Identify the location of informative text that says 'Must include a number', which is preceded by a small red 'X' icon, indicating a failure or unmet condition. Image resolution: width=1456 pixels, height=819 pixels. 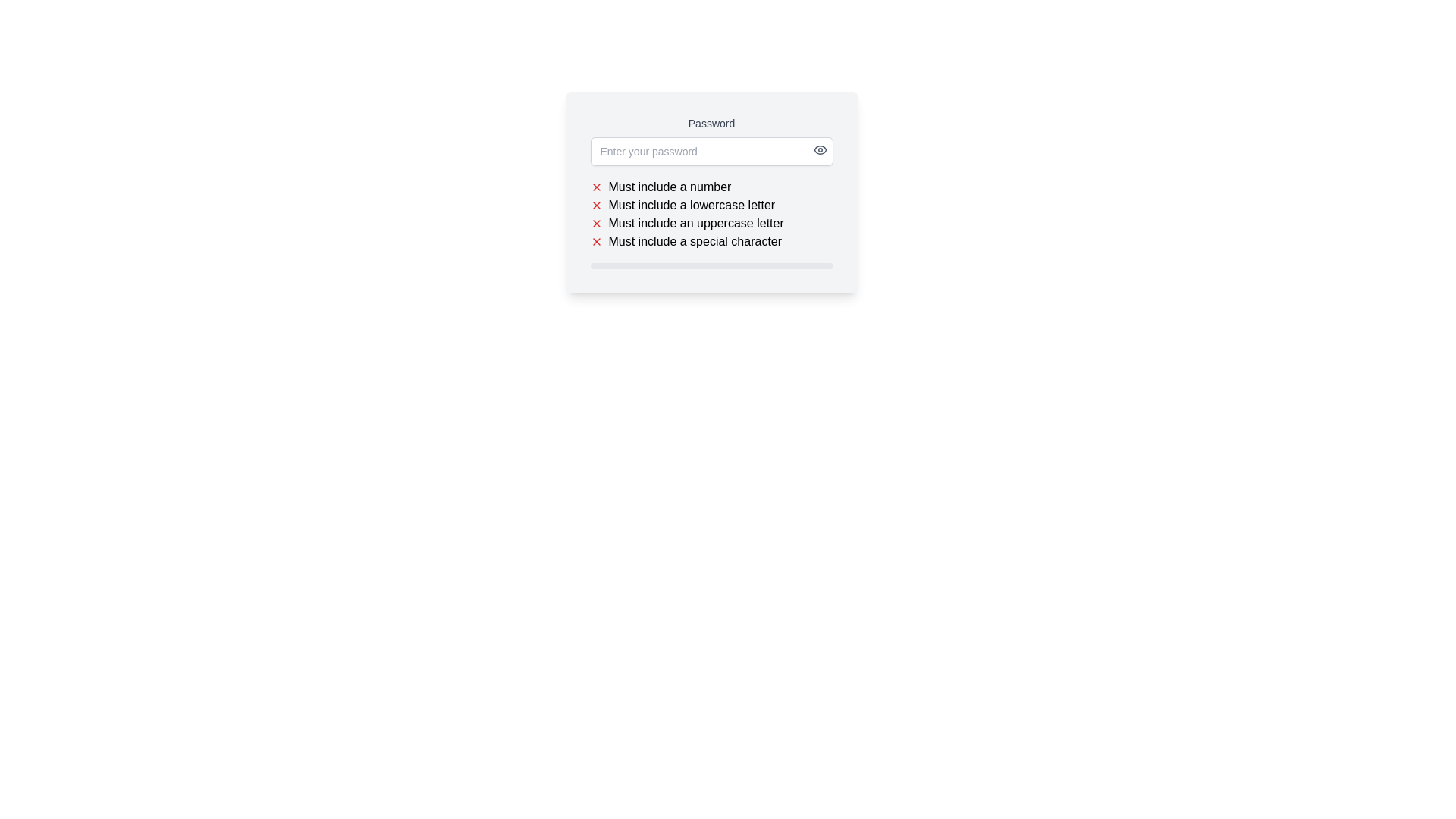
(711, 186).